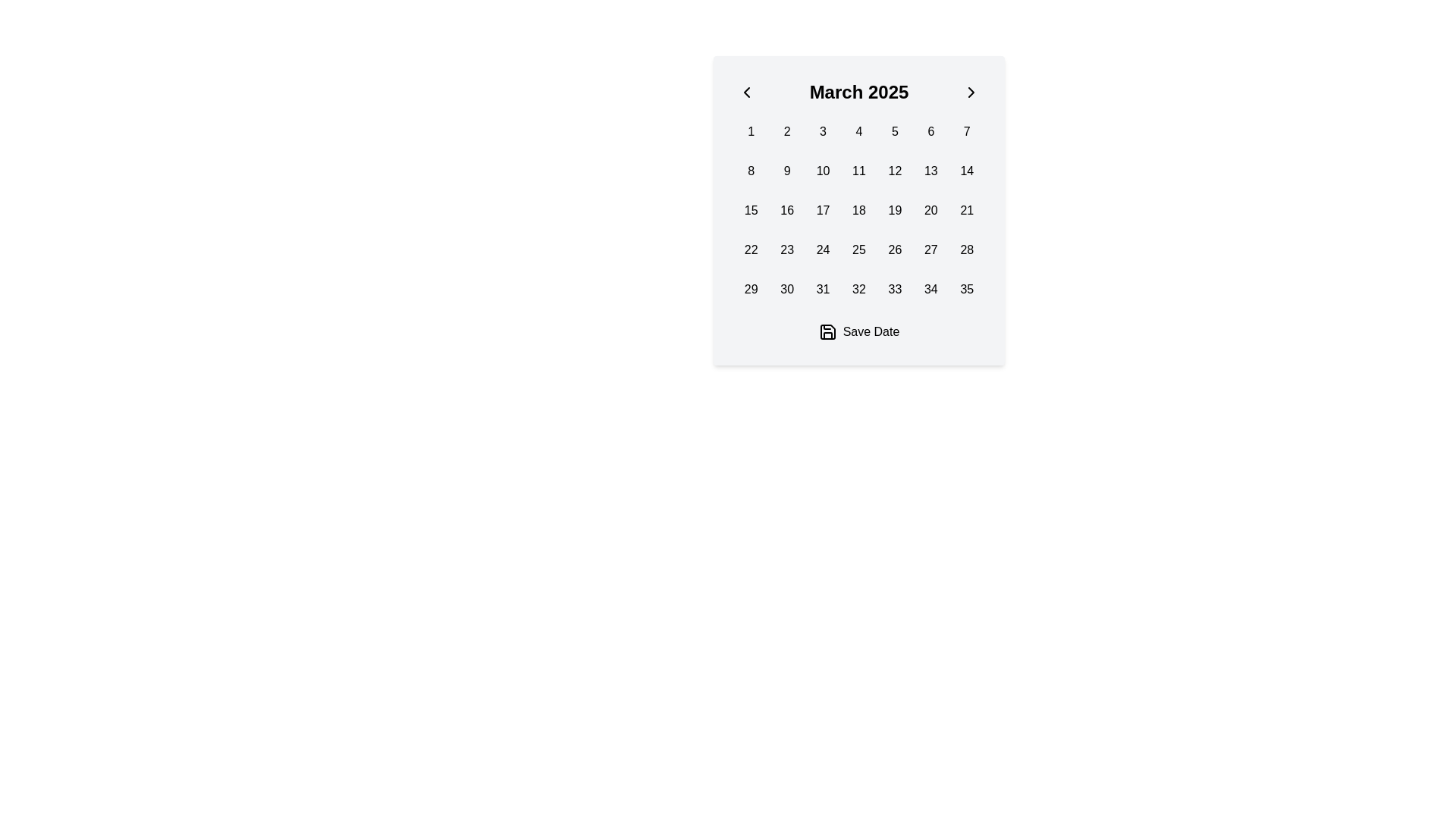 This screenshot has width=1456, height=819. Describe the element at coordinates (751, 249) in the screenshot. I see `the square-shaped button containing the text '22'` at that location.